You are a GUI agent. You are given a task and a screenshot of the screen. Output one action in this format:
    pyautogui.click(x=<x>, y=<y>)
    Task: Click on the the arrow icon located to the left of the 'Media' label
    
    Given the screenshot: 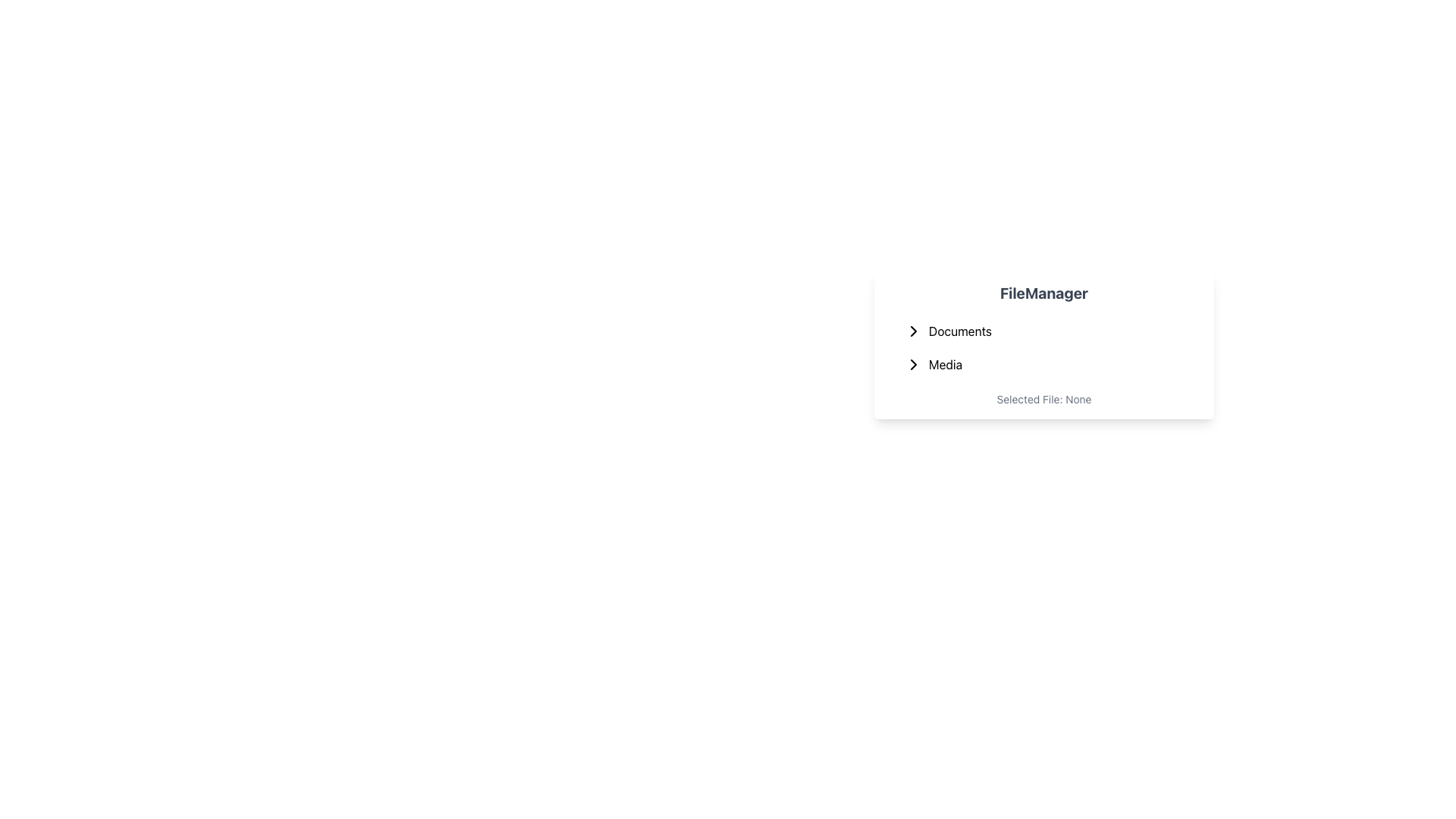 What is the action you would take?
    pyautogui.click(x=912, y=365)
    